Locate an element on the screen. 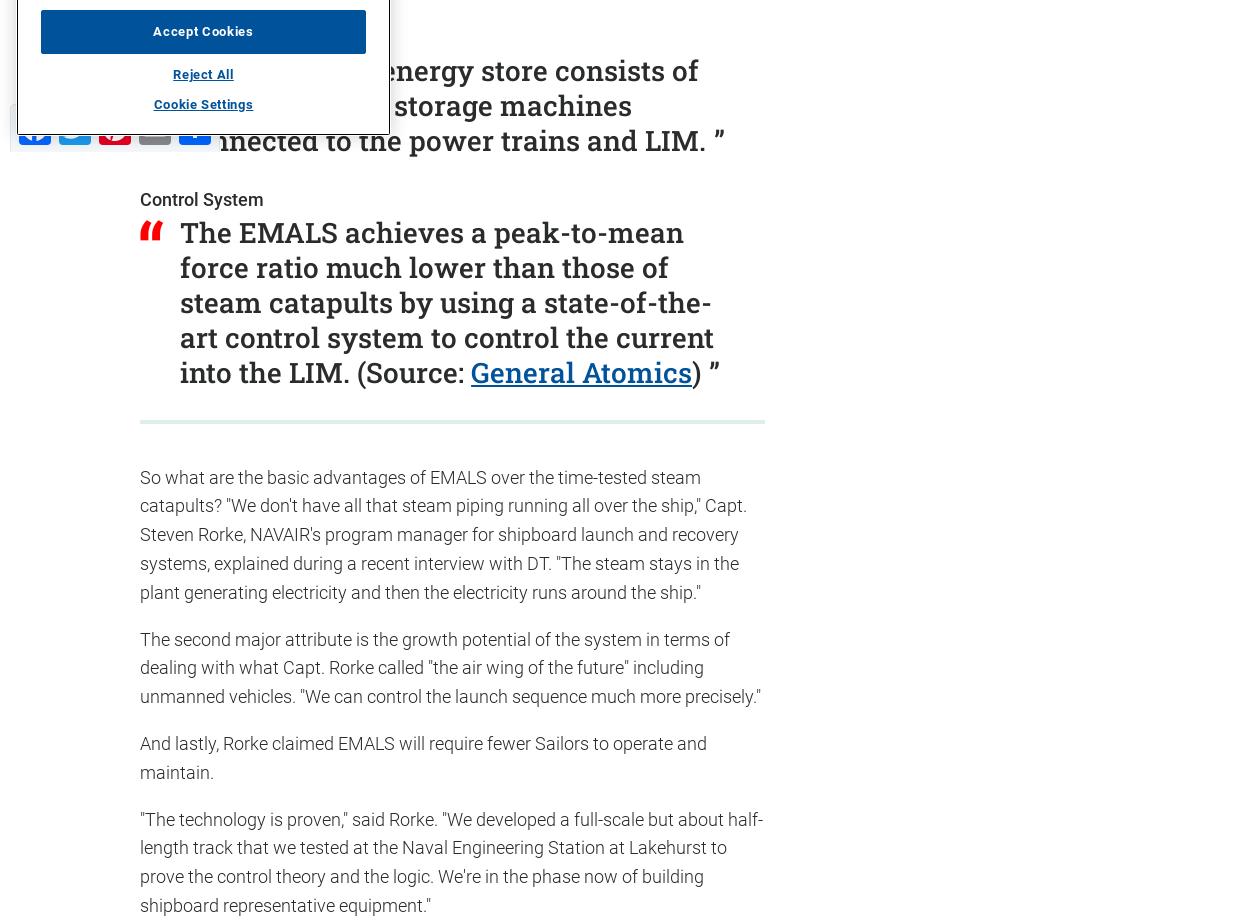  'General Atomics' is located at coordinates (580, 371).